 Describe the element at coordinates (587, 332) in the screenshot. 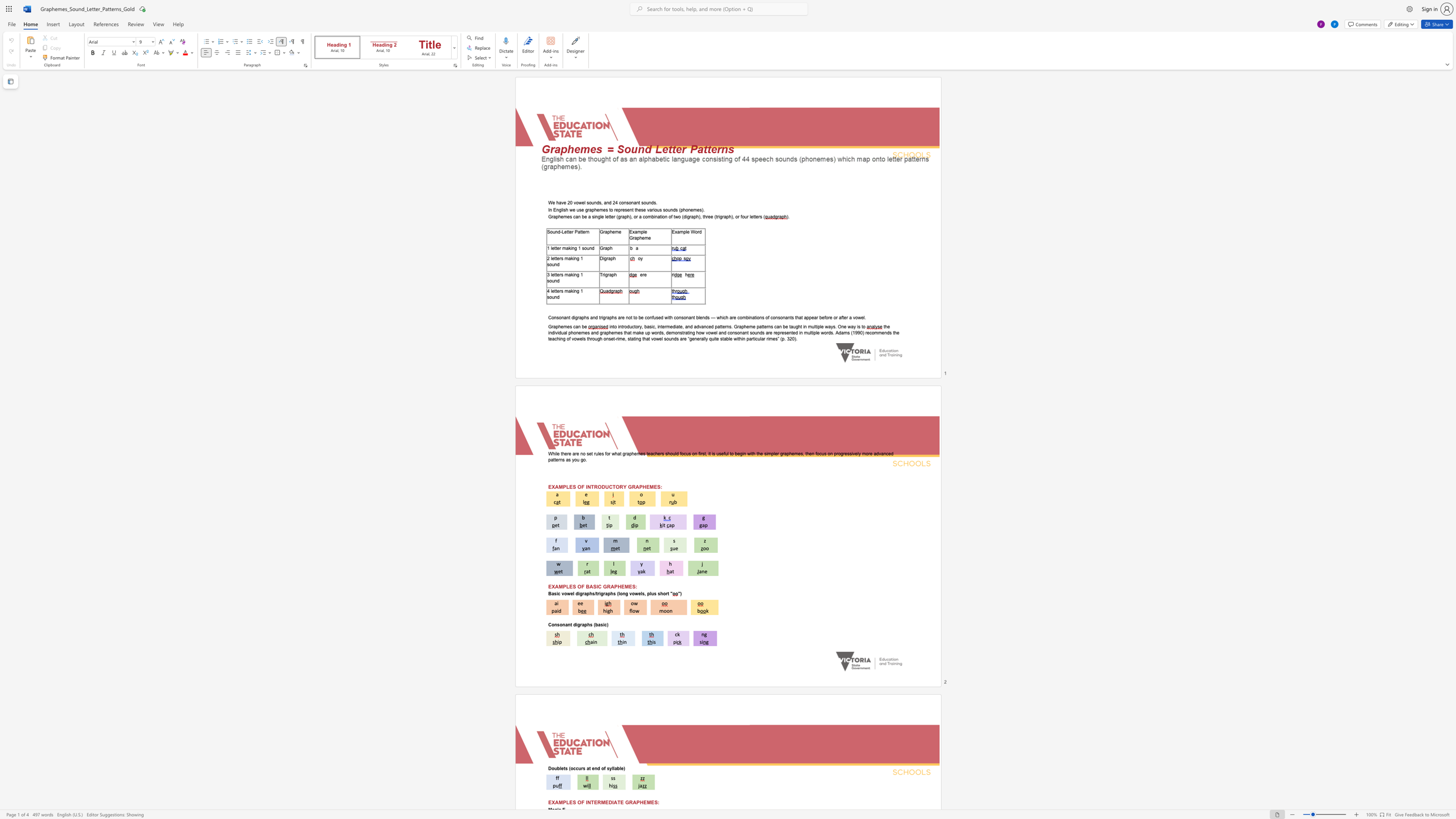

I see `the subset text "s and gr" within the text "the individual phonemes and graphemes that make up words,"` at that location.